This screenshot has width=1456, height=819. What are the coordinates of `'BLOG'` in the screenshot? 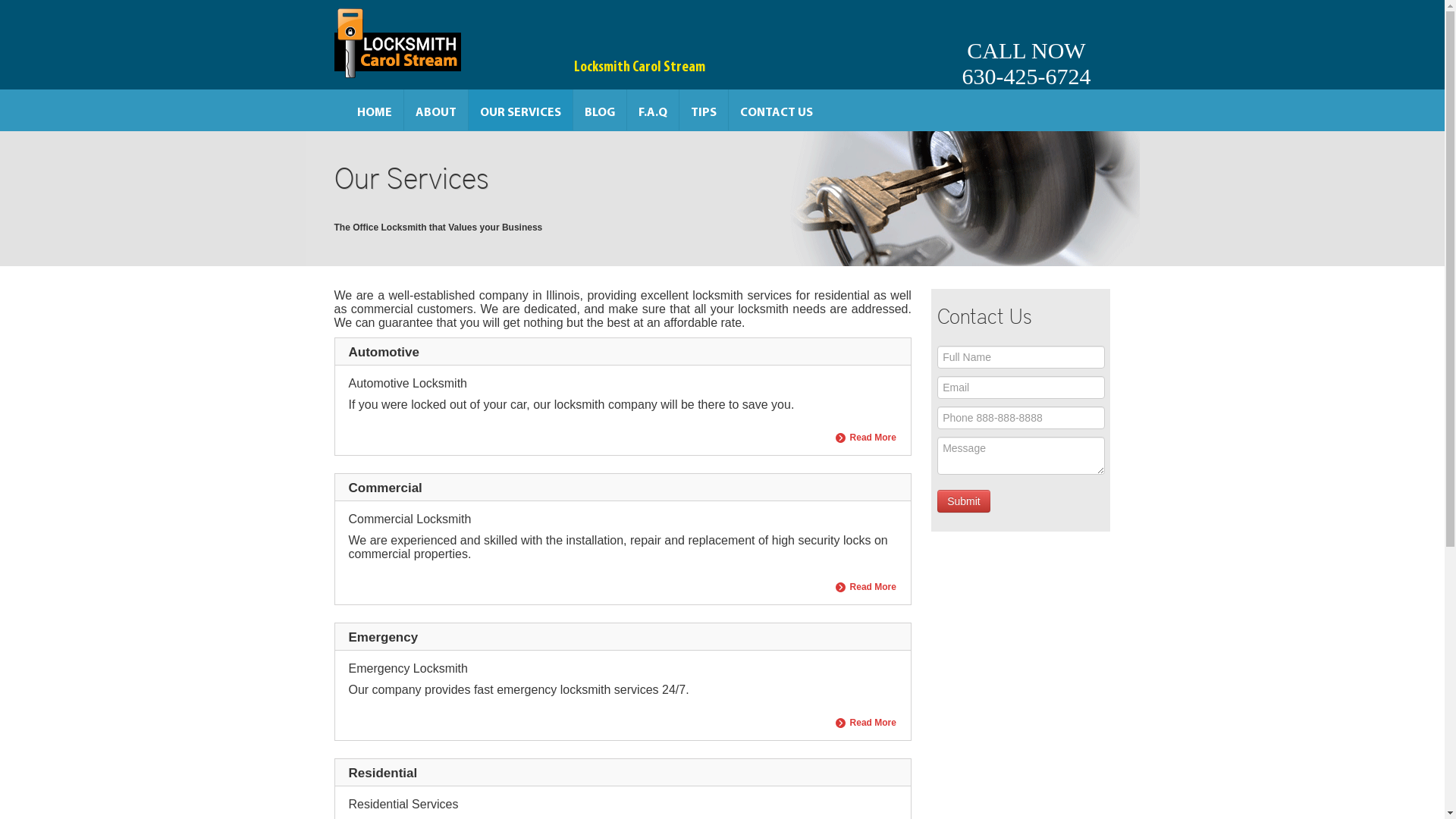 It's located at (599, 109).